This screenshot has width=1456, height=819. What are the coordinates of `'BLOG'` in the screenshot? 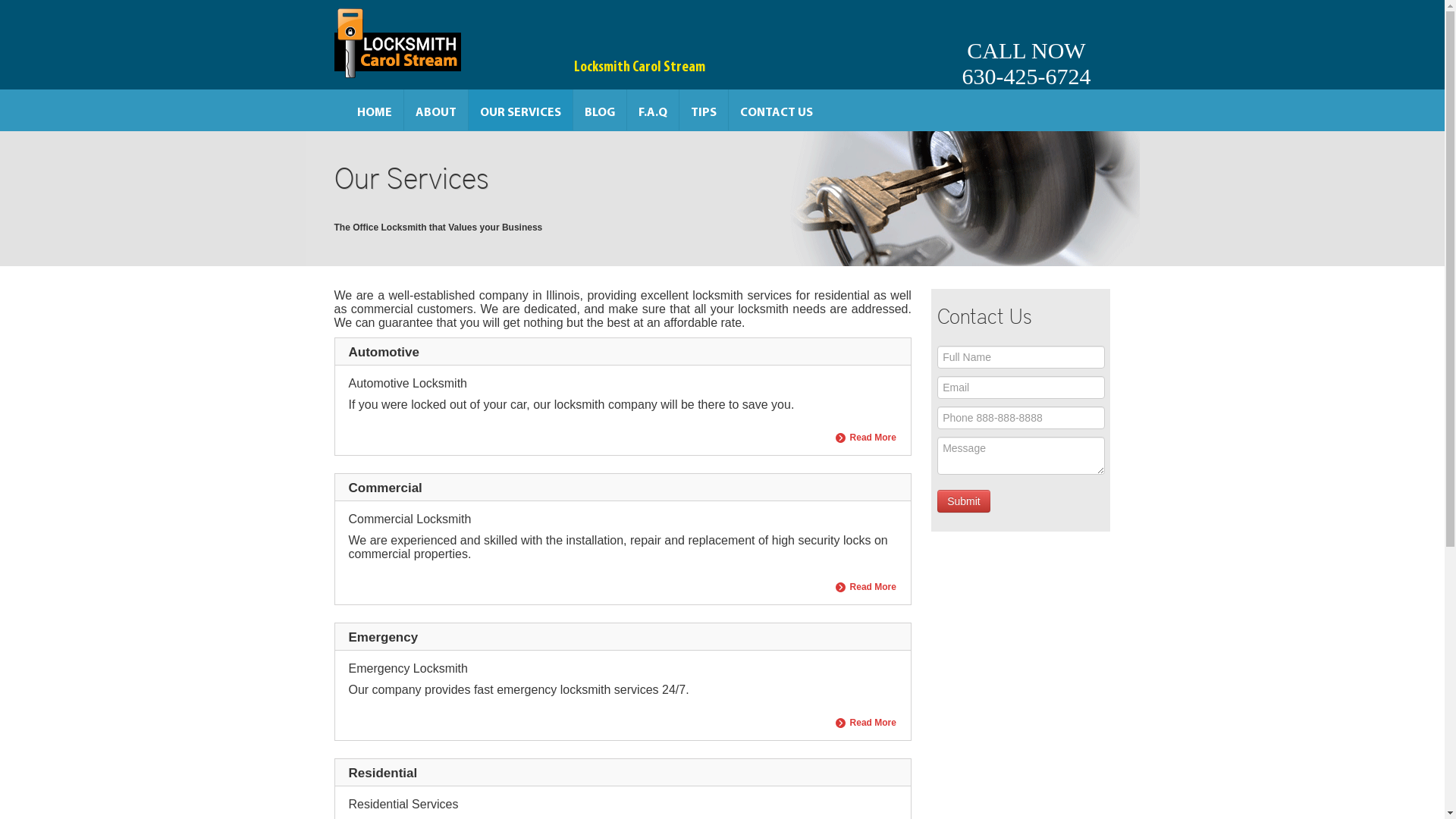 It's located at (599, 109).